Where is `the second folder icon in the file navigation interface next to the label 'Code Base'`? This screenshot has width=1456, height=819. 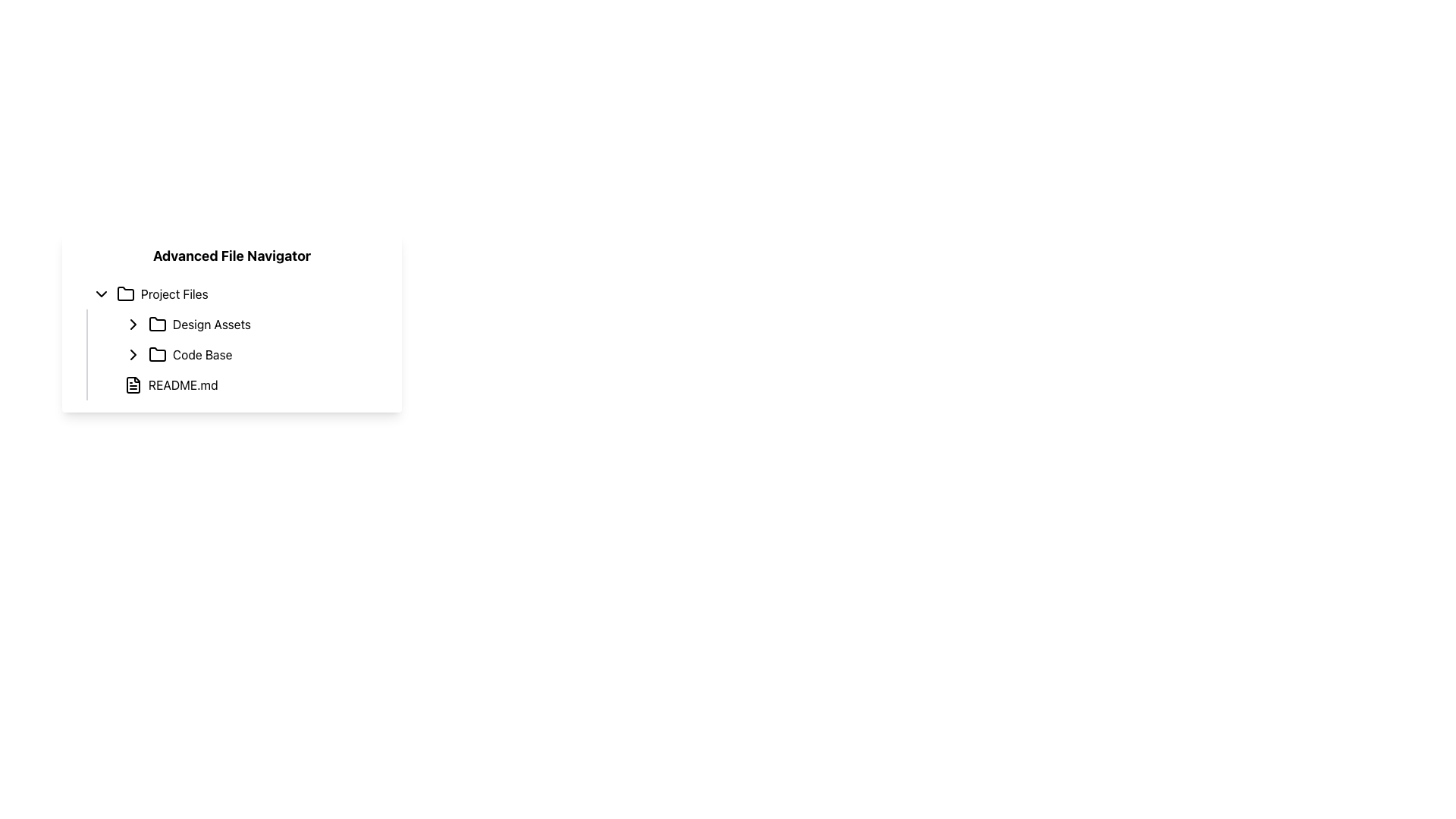
the second folder icon in the file navigation interface next to the label 'Code Base' is located at coordinates (157, 354).